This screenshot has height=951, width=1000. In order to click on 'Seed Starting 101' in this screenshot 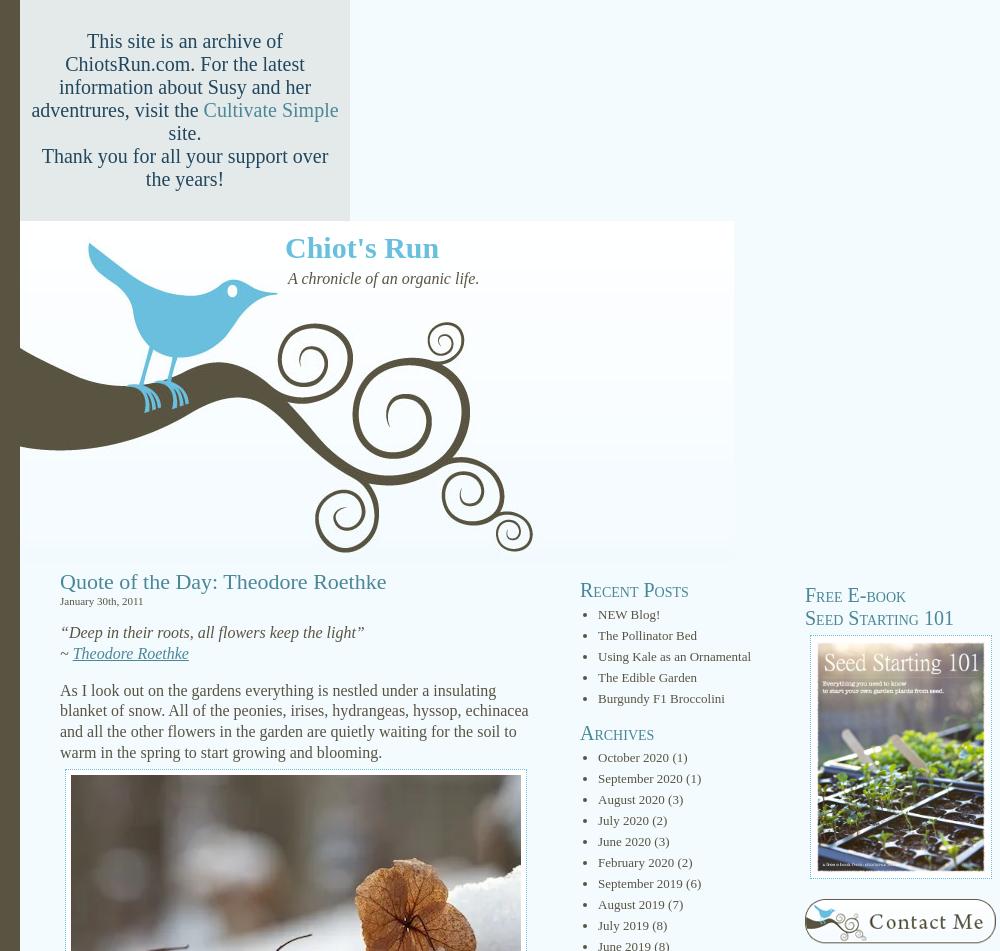, I will do `click(805, 616)`.